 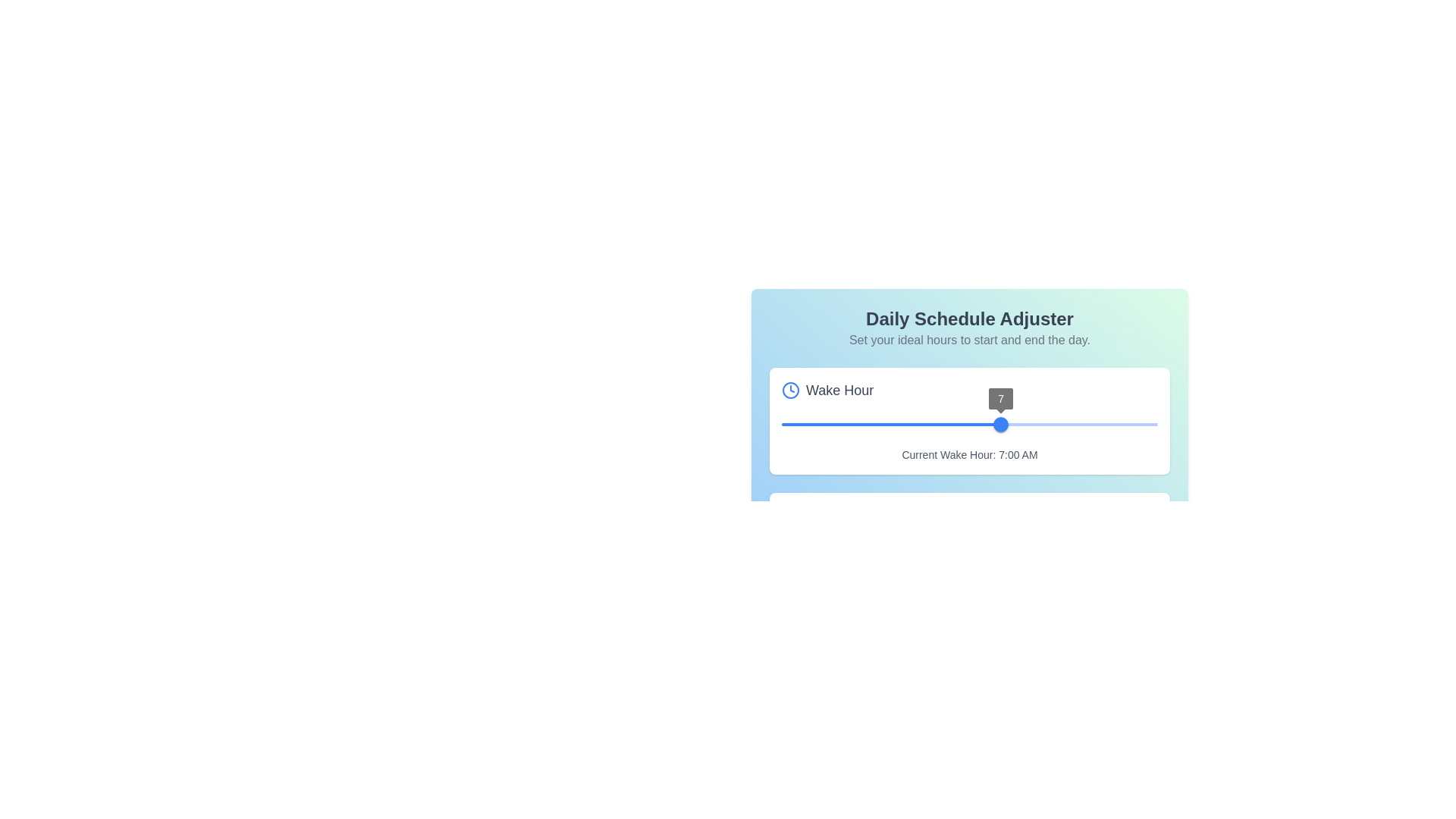 I want to click on numeric value '7' displayed in the small circular label above the slider widget in the 'Wake Hour' section of the 'Daily Schedule Adjuster', so click(x=1001, y=397).